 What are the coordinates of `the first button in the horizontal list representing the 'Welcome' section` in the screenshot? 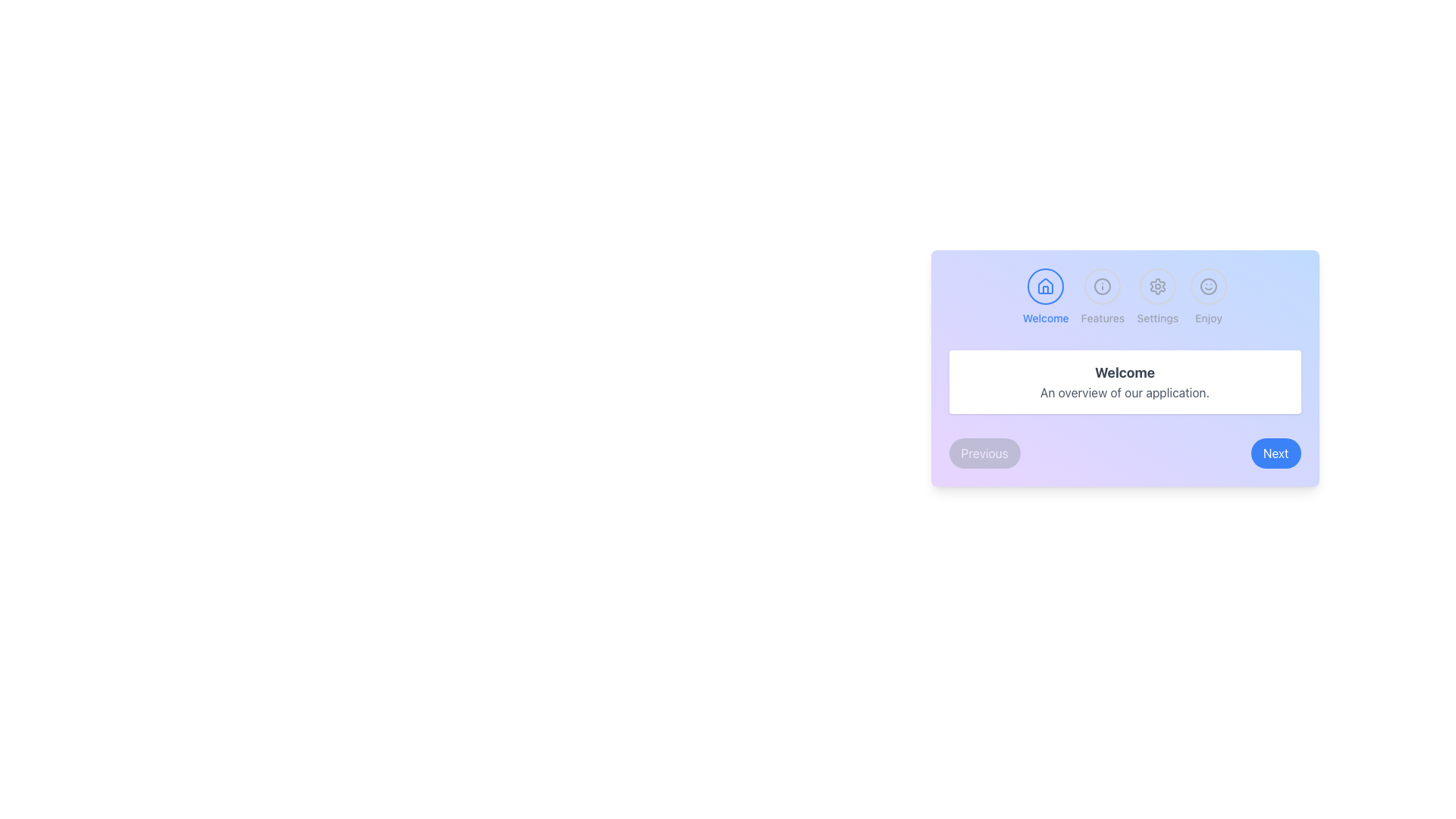 It's located at (1044, 297).